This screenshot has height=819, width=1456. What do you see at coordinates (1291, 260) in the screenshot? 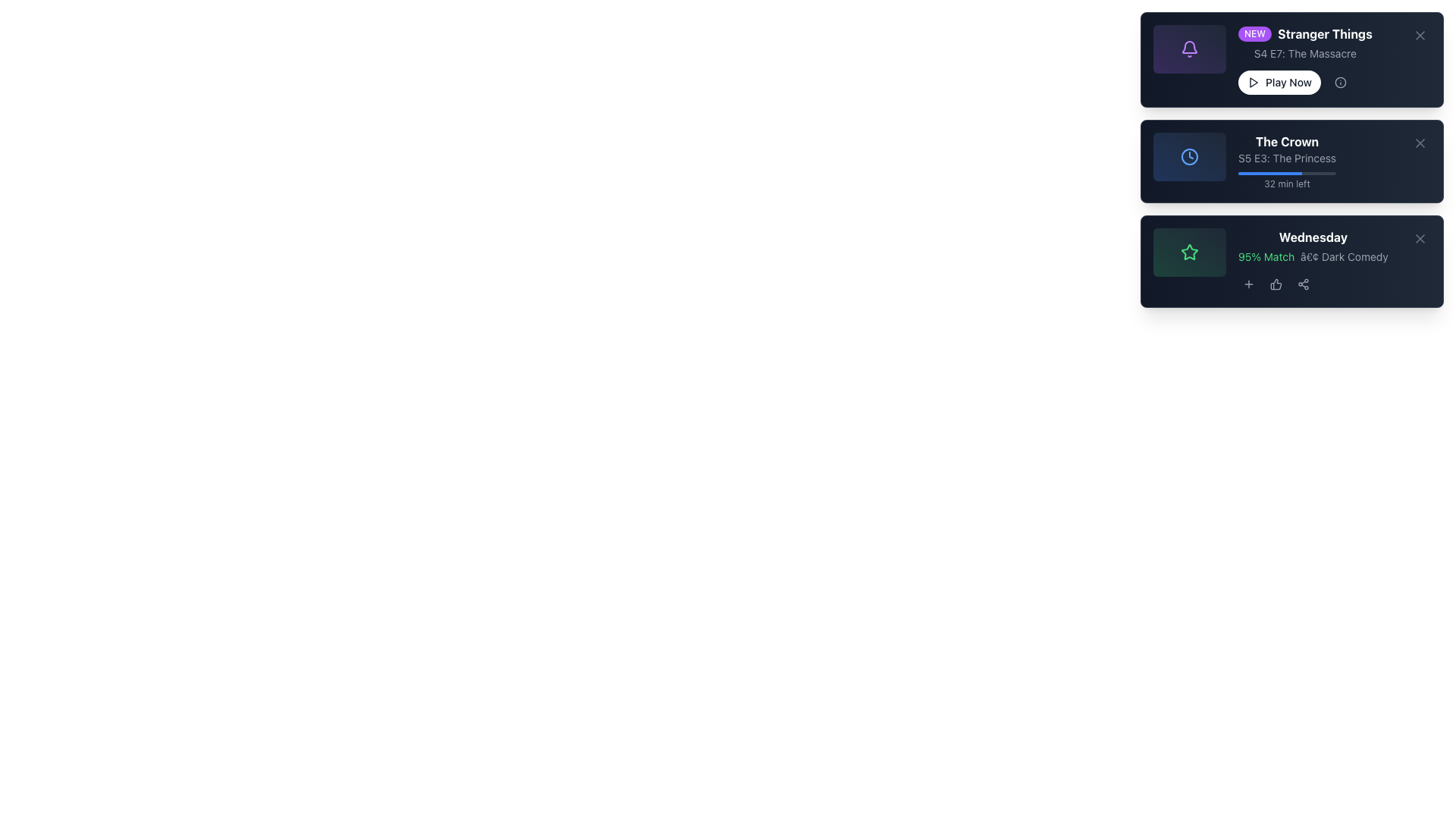
I see `the match percentage of the Content Preview Item displaying '95% match score'` at bounding box center [1291, 260].